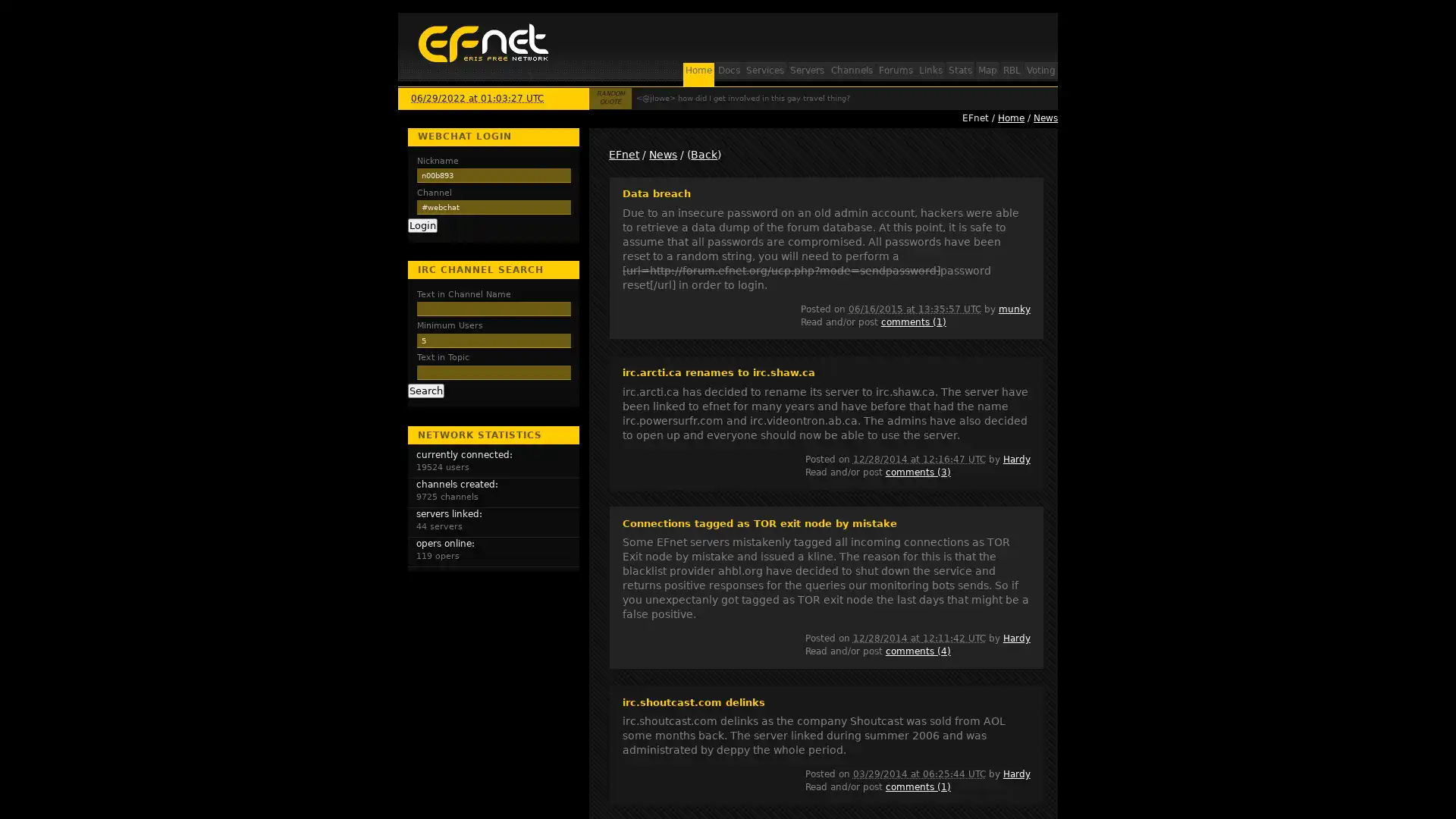 The height and width of the screenshot is (819, 1456). I want to click on Login, so click(422, 225).